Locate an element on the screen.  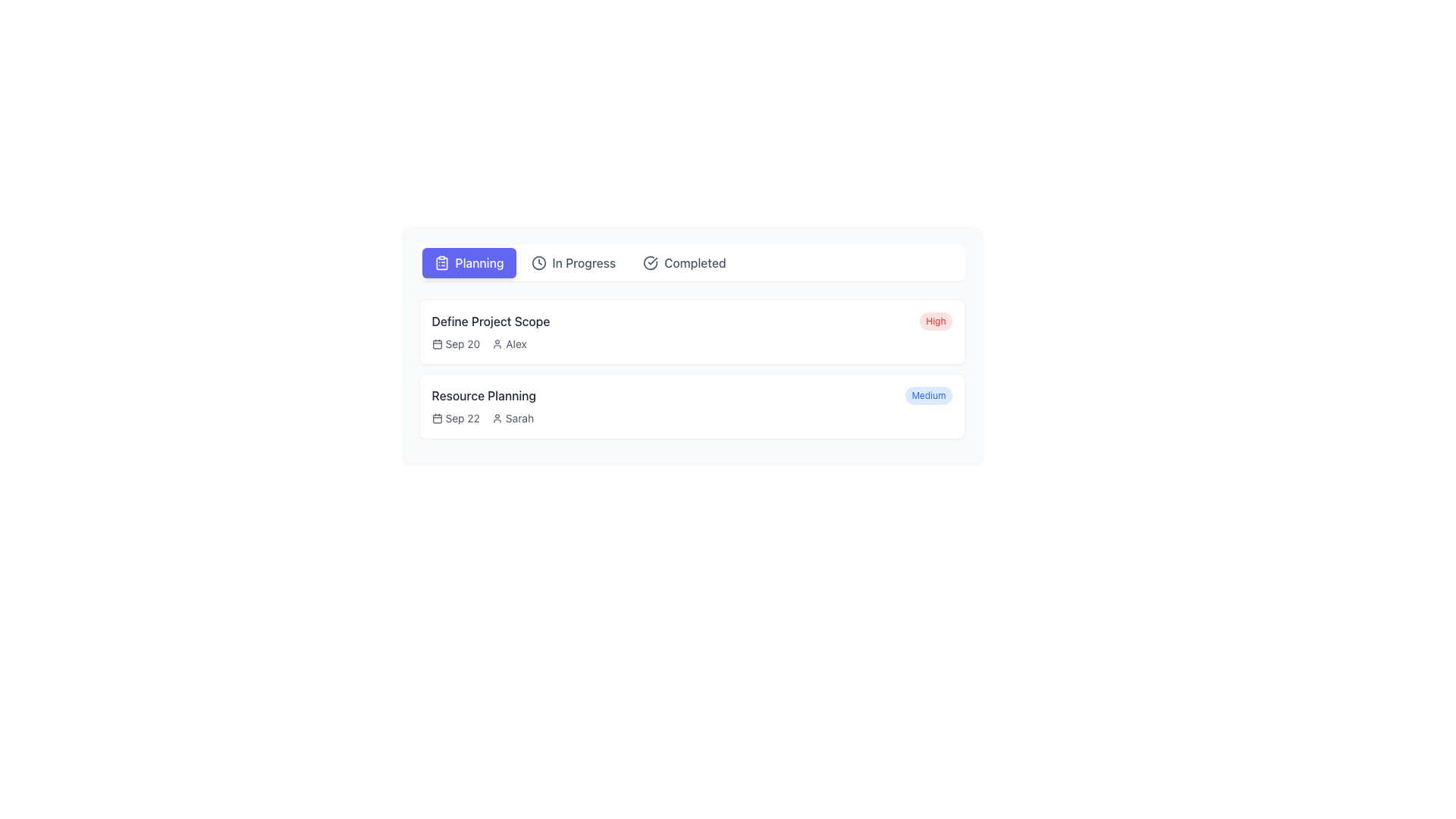
the 'Completed' button is located at coordinates (683, 262).